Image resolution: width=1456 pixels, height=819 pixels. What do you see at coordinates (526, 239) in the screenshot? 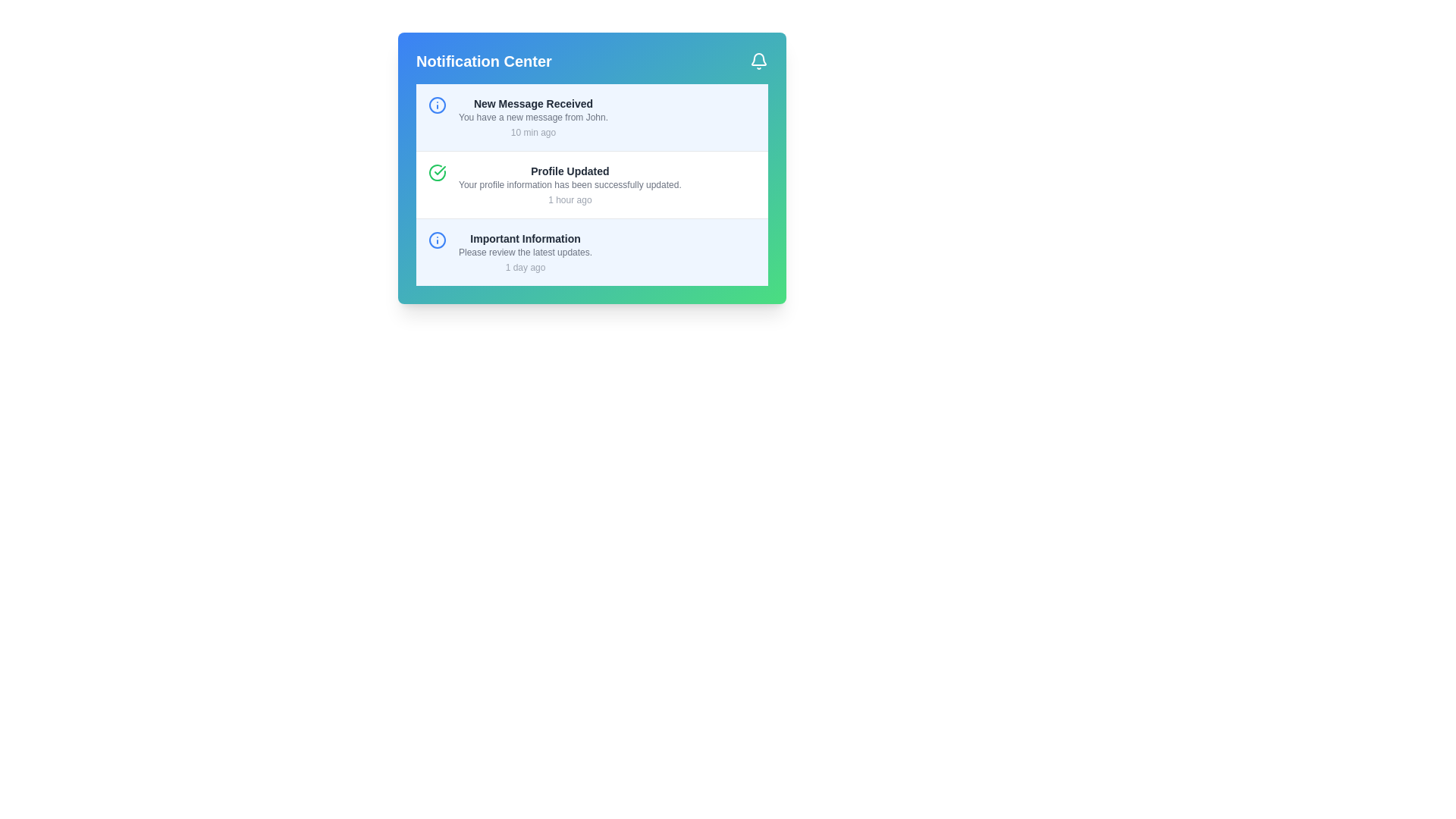
I see `the title text label of the third notification message in the Notification Center` at bounding box center [526, 239].